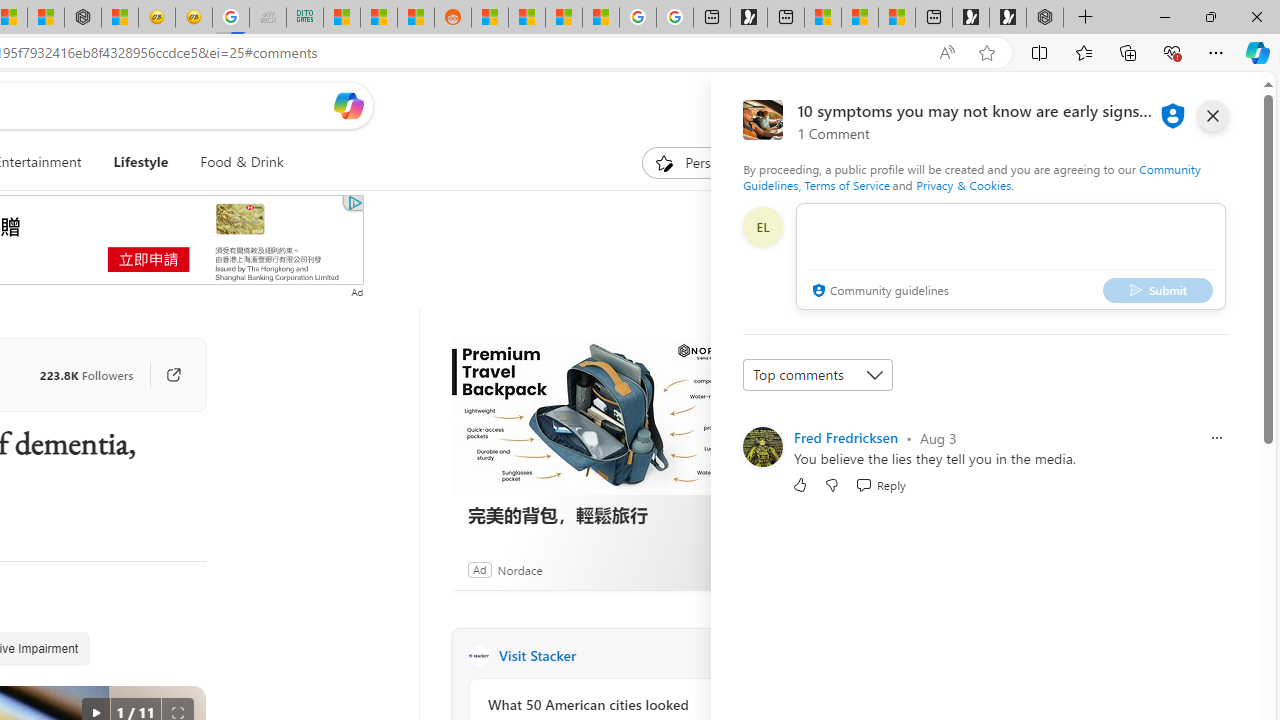 This screenshot has height=720, width=1280. Describe the element at coordinates (1158, 290) in the screenshot. I see `'Submit'` at that location.